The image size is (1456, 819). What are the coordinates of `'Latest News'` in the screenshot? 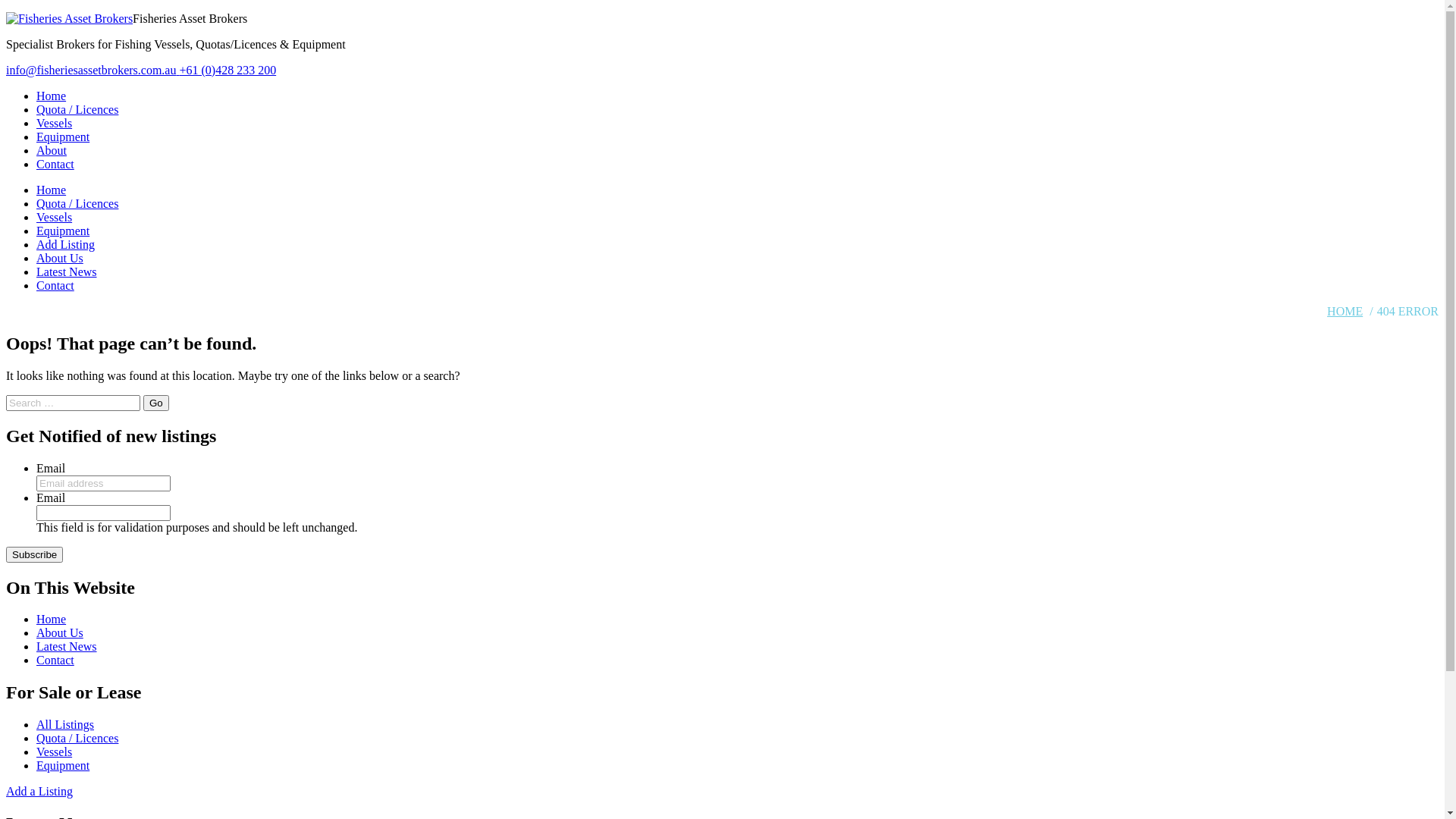 It's located at (65, 646).